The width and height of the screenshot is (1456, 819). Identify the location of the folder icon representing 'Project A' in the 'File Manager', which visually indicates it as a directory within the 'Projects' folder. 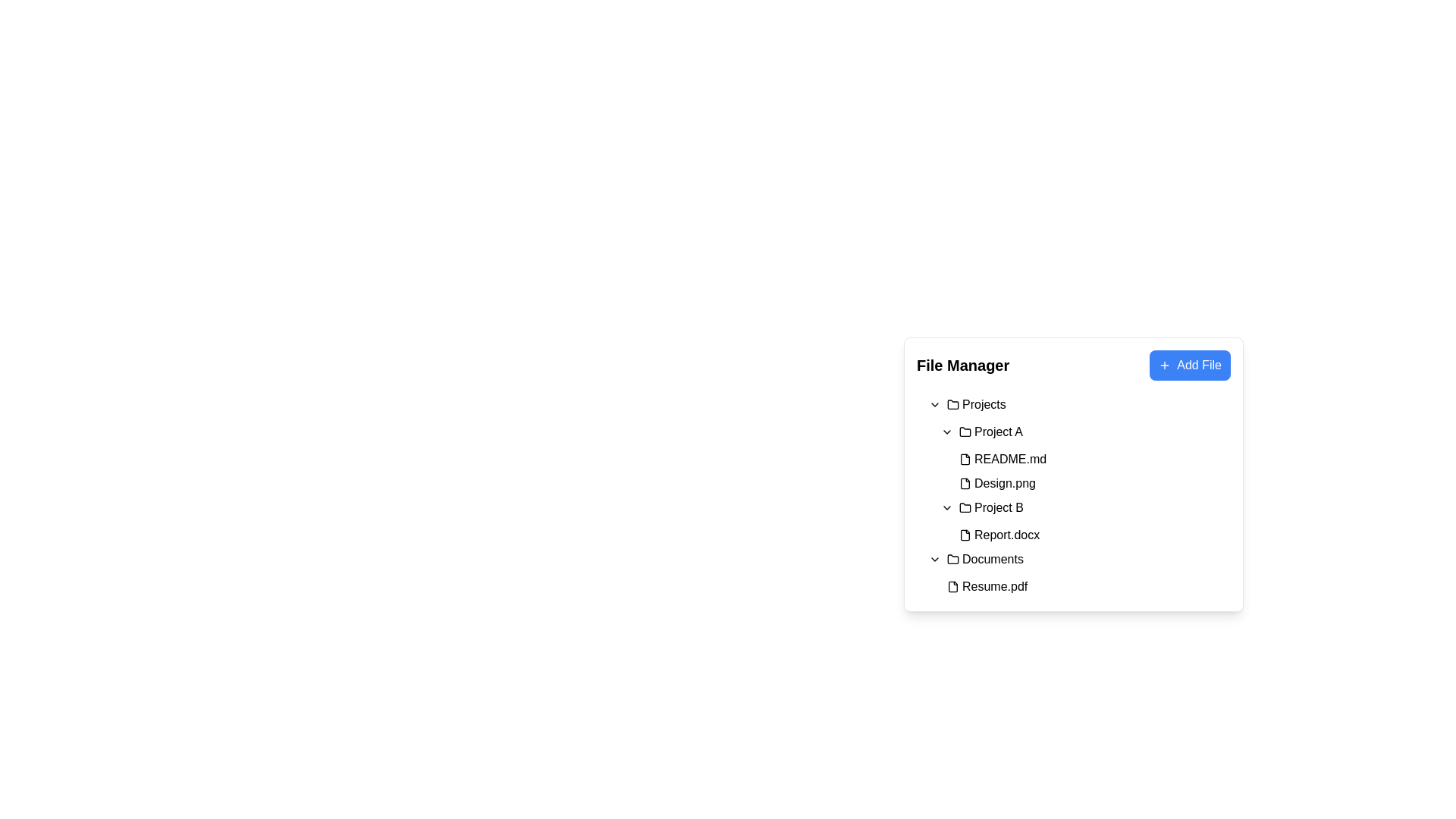
(964, 431).